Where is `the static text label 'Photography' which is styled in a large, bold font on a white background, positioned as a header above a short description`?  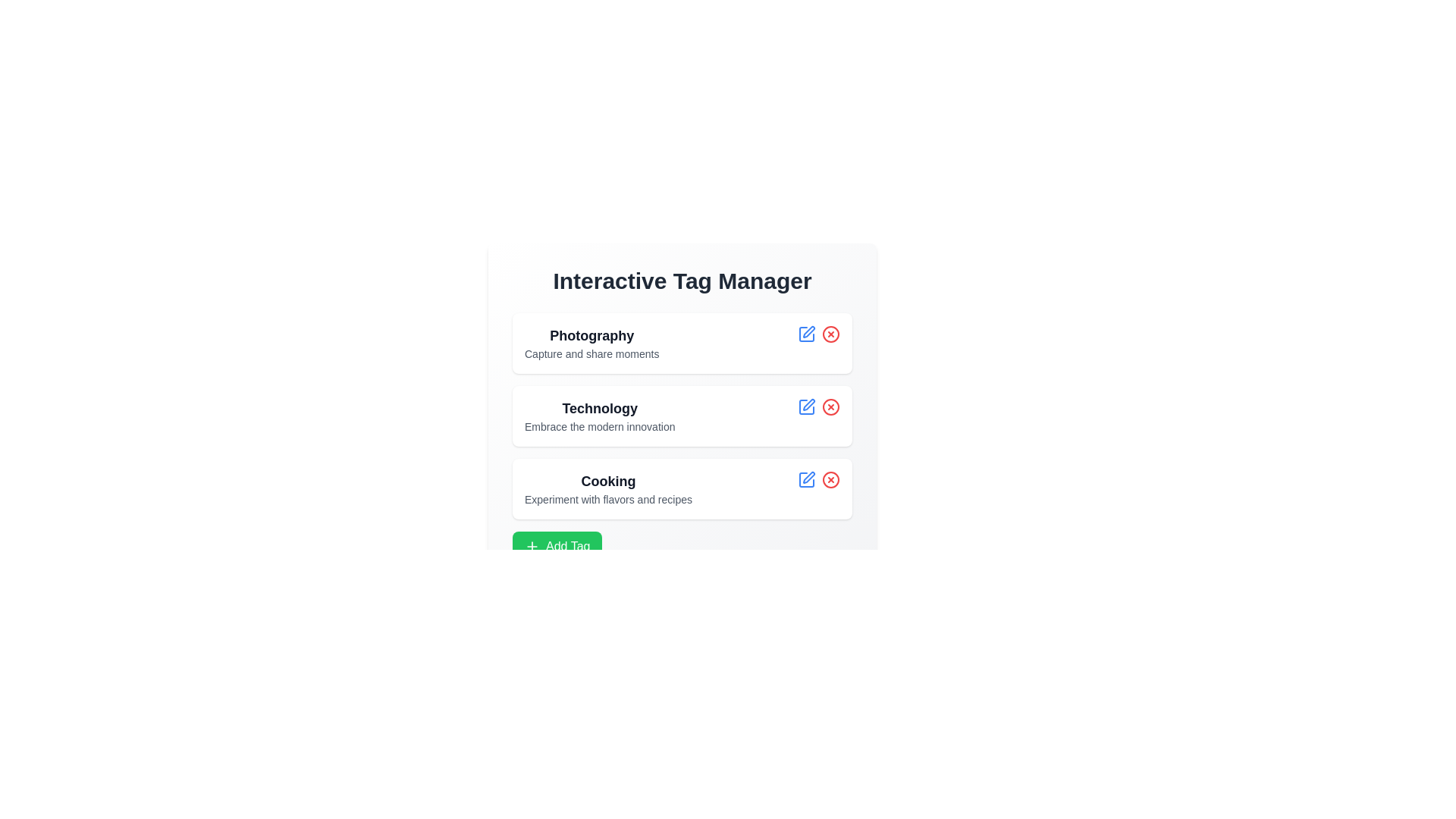 the static text label 'Photography' which is styled in a large, bold font on a white background, positioned as a header above a short description is located at coordinates (591, 335).